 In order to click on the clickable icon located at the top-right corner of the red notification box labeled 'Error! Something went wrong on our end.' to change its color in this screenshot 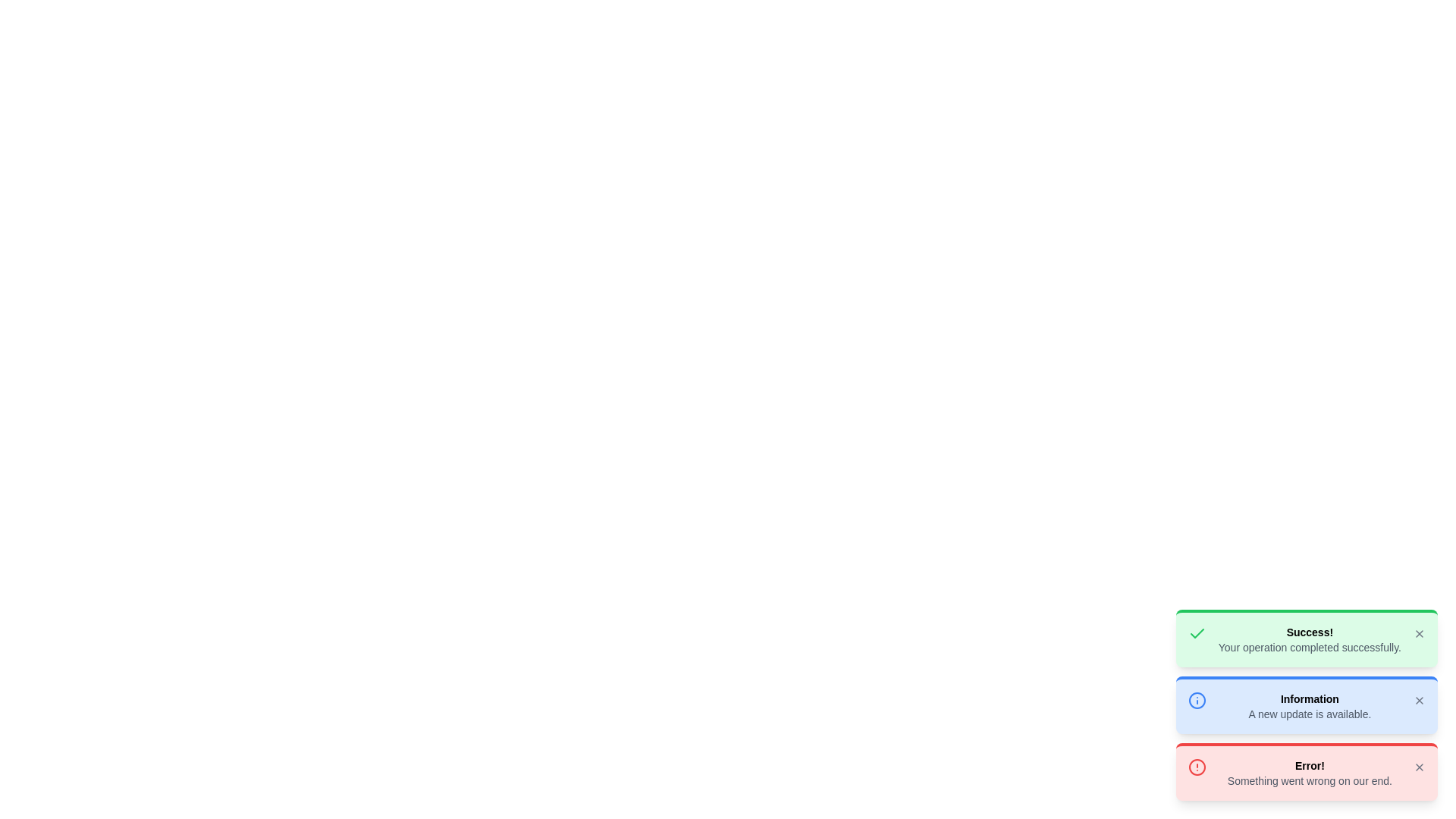, I will do `click(1419, 767)`.